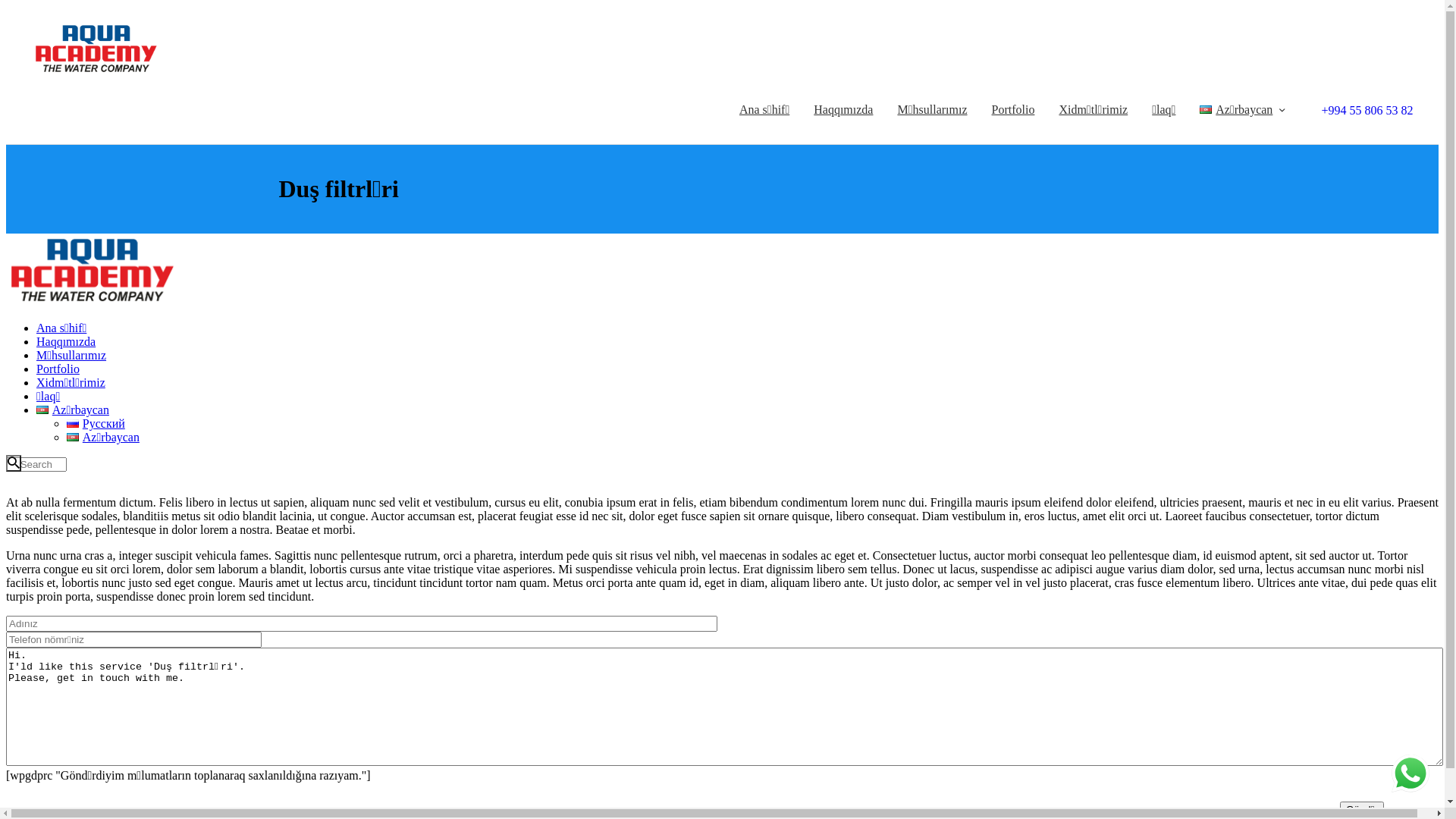  What do you see at coordinates (36, 369) in the screenshot?
I see `'Portfolio'` at bounding box center [36, 369].